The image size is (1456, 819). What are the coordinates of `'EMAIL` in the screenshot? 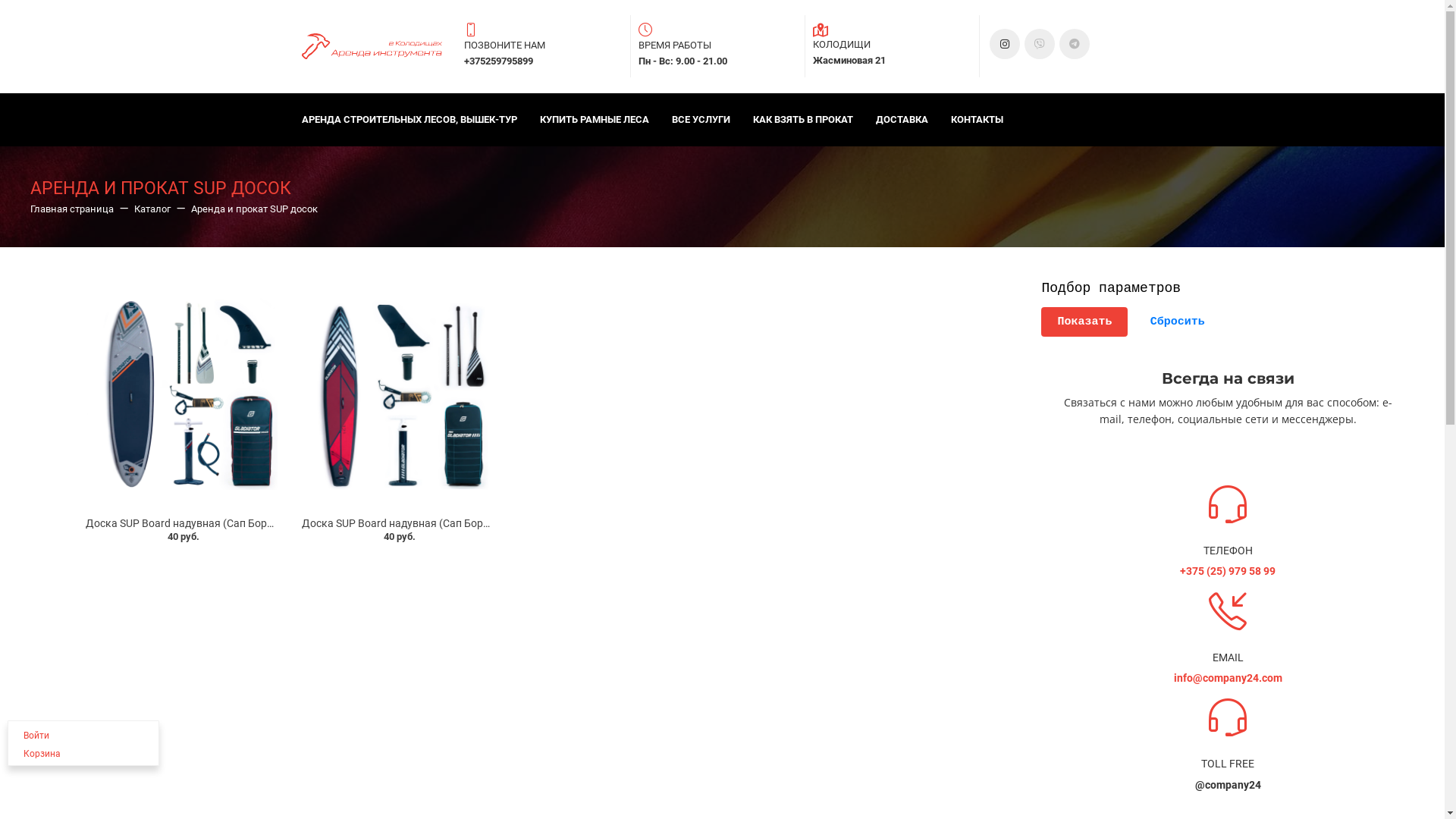 It's located at (1227, 638).